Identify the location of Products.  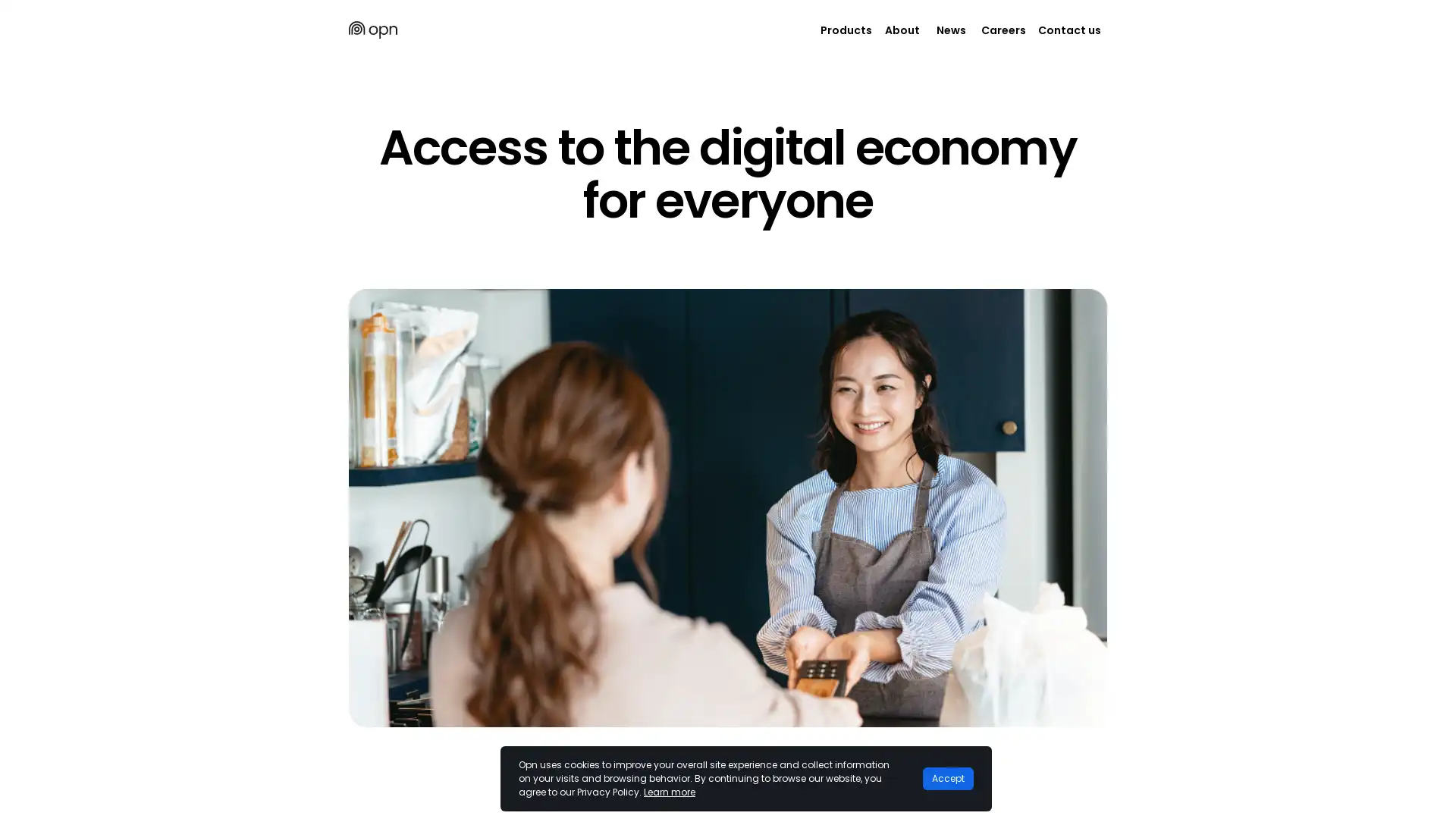
(846, 30).